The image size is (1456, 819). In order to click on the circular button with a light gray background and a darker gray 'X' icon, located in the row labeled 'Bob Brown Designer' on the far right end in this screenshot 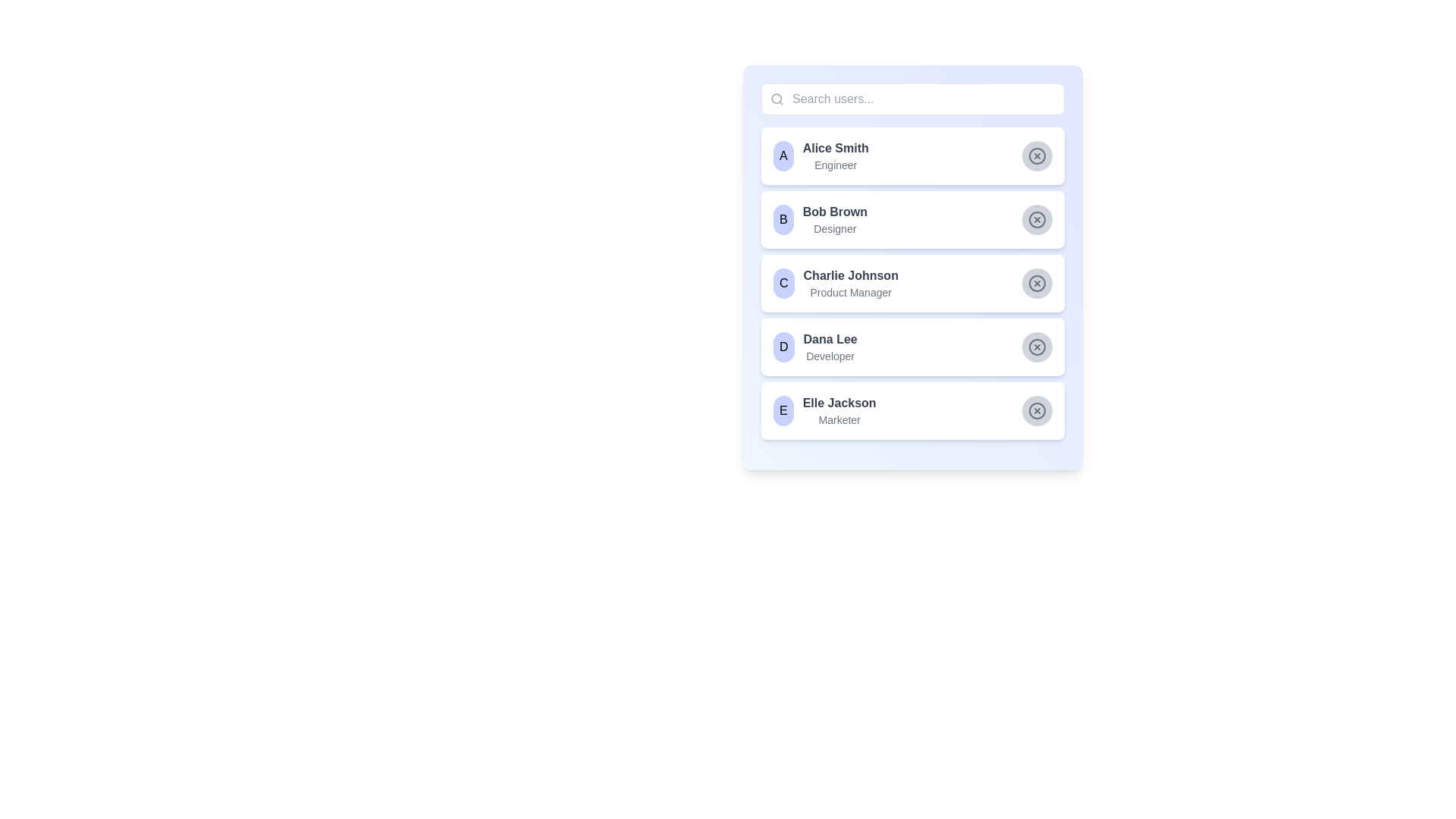, I will do `click(1037, 219)`.